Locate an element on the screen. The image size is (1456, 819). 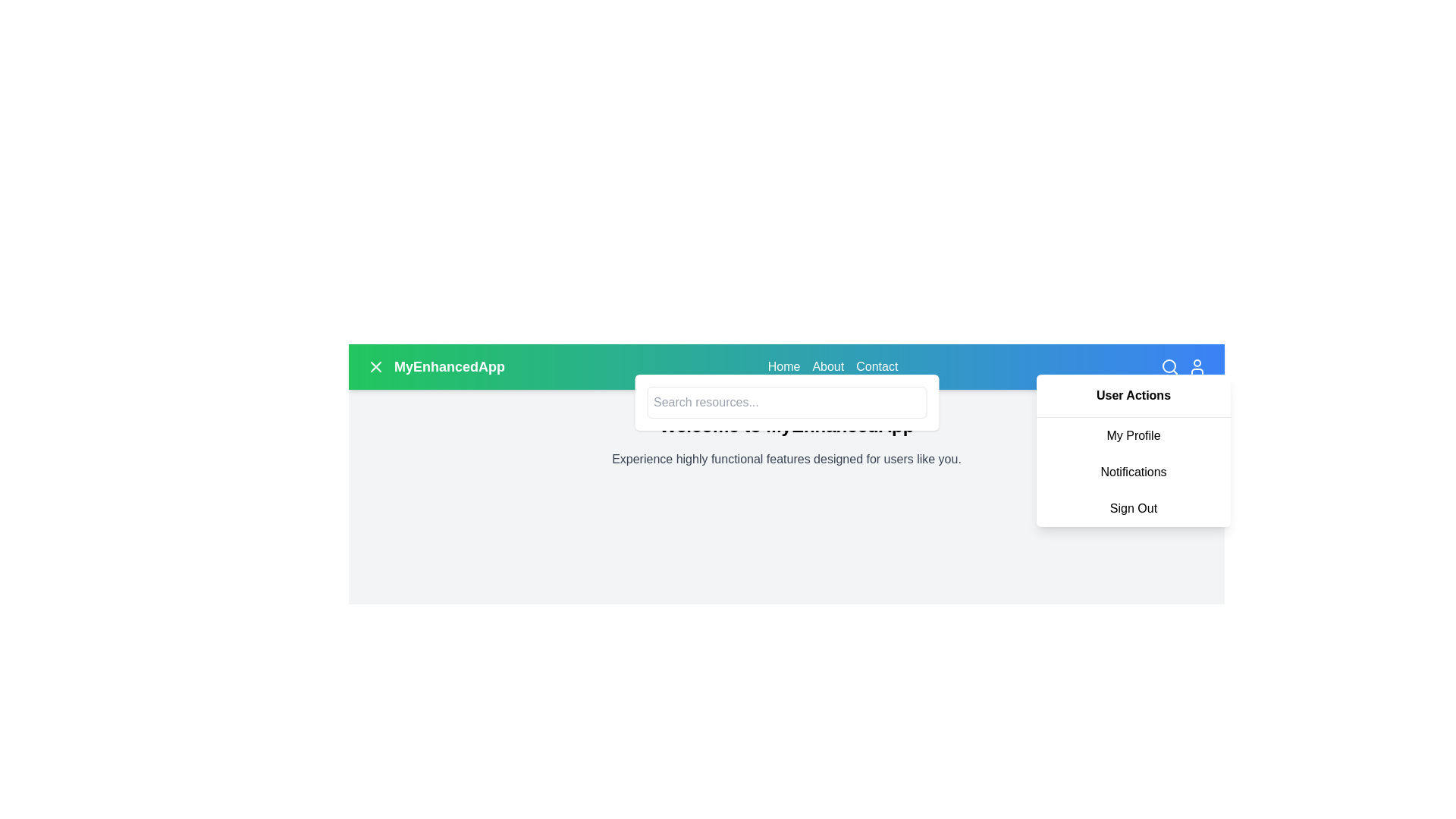
the user profile icon button located at the far right of the top navigation bar is located at coordinates (1197, 366).